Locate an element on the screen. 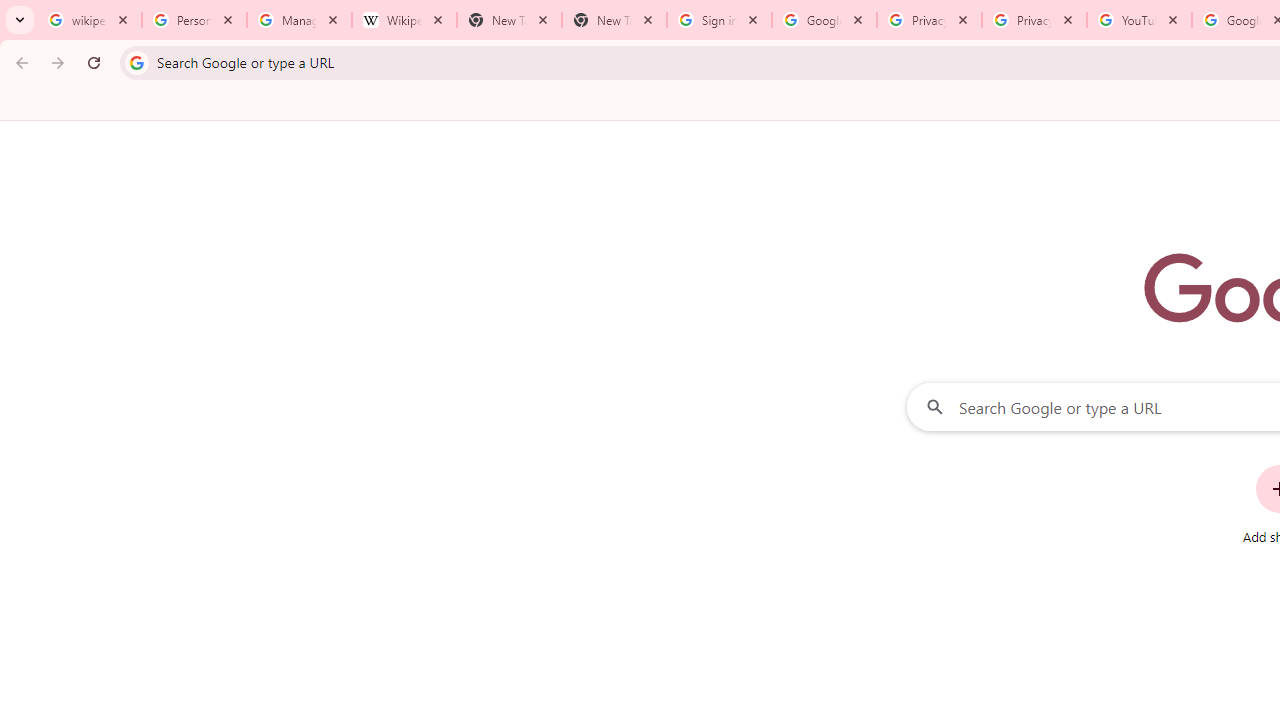  'Google Drive: Sign-in' is located at coordinates (824, 20).